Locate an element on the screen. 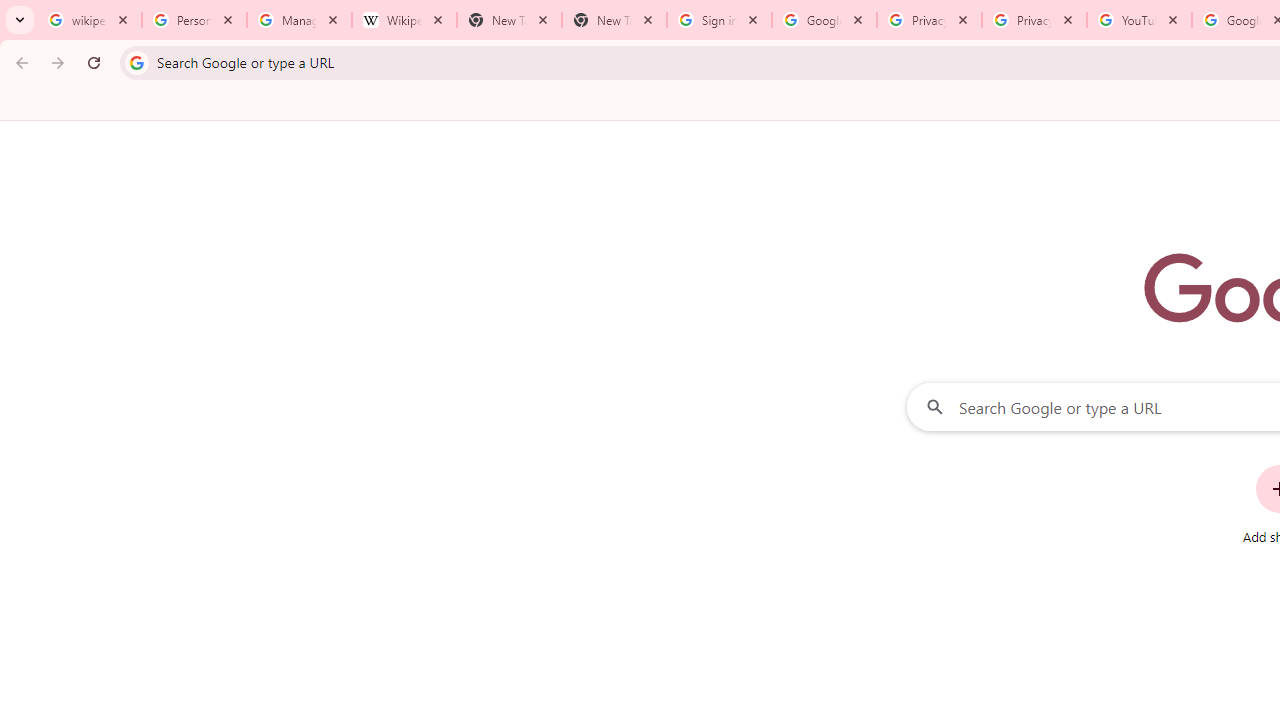  'Google Drive: Sign-in' is located at coordinates (824, 20).